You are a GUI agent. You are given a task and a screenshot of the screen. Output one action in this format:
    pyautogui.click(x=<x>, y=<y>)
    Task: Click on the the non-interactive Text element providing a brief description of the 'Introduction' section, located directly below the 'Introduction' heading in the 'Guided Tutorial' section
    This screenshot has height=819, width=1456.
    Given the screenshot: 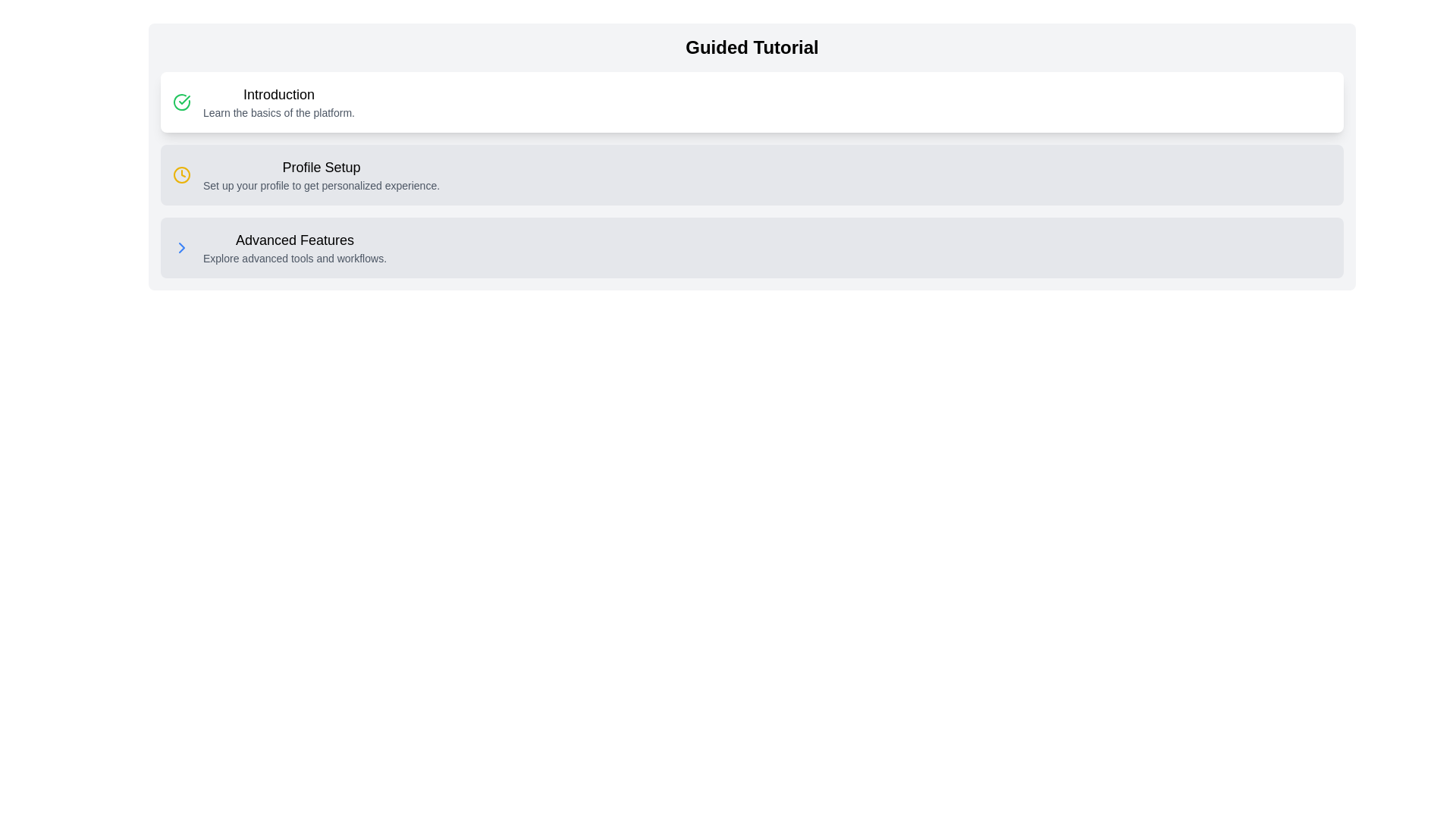 What is the action you would take?
    pyautogui.click(x=279, y=112)
    